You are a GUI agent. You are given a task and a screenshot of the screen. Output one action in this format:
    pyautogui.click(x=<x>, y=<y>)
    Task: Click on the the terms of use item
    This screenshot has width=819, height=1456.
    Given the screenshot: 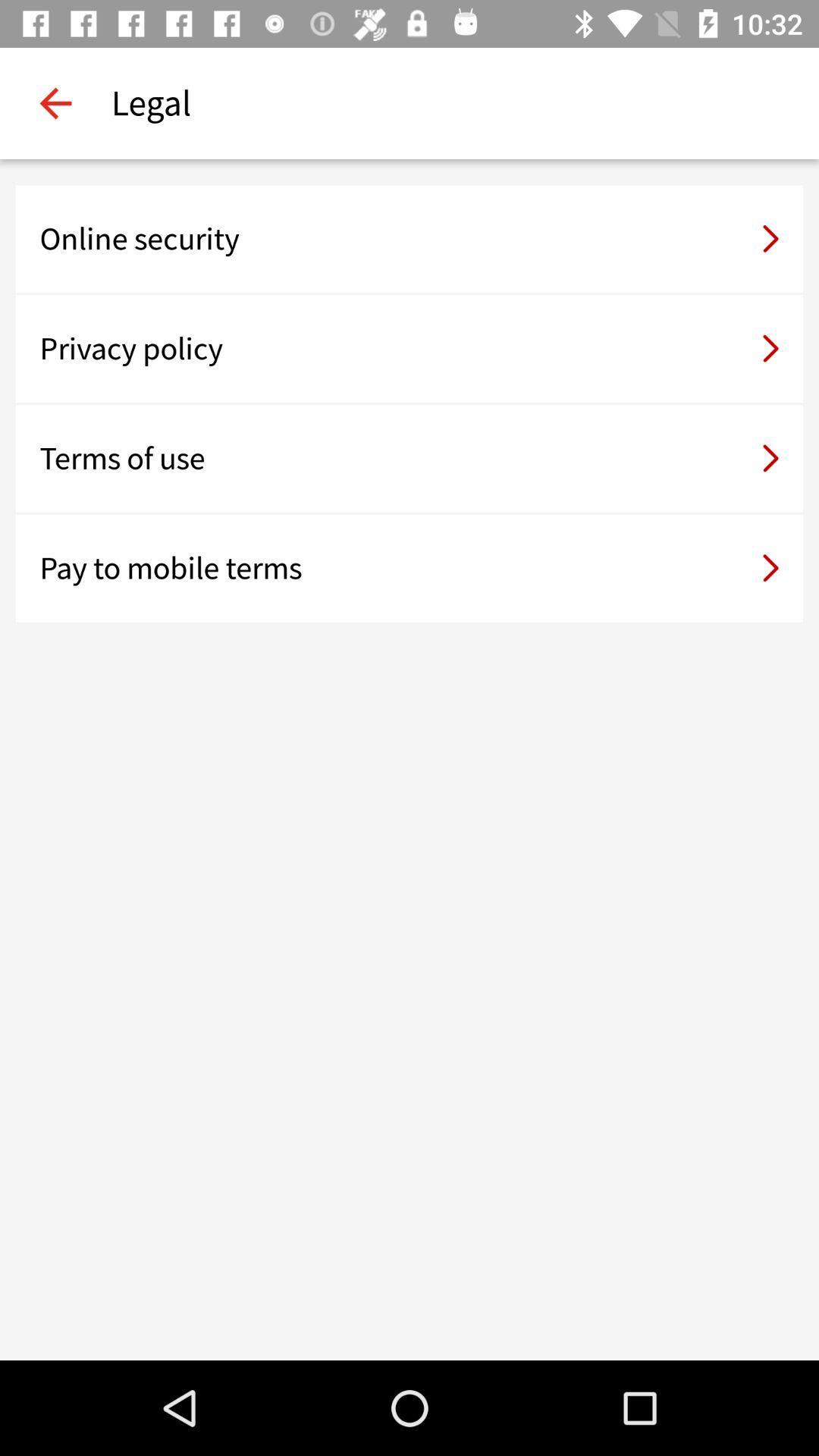 What is the action you would take?
    pyautogui.click(x=409, y=457)
    